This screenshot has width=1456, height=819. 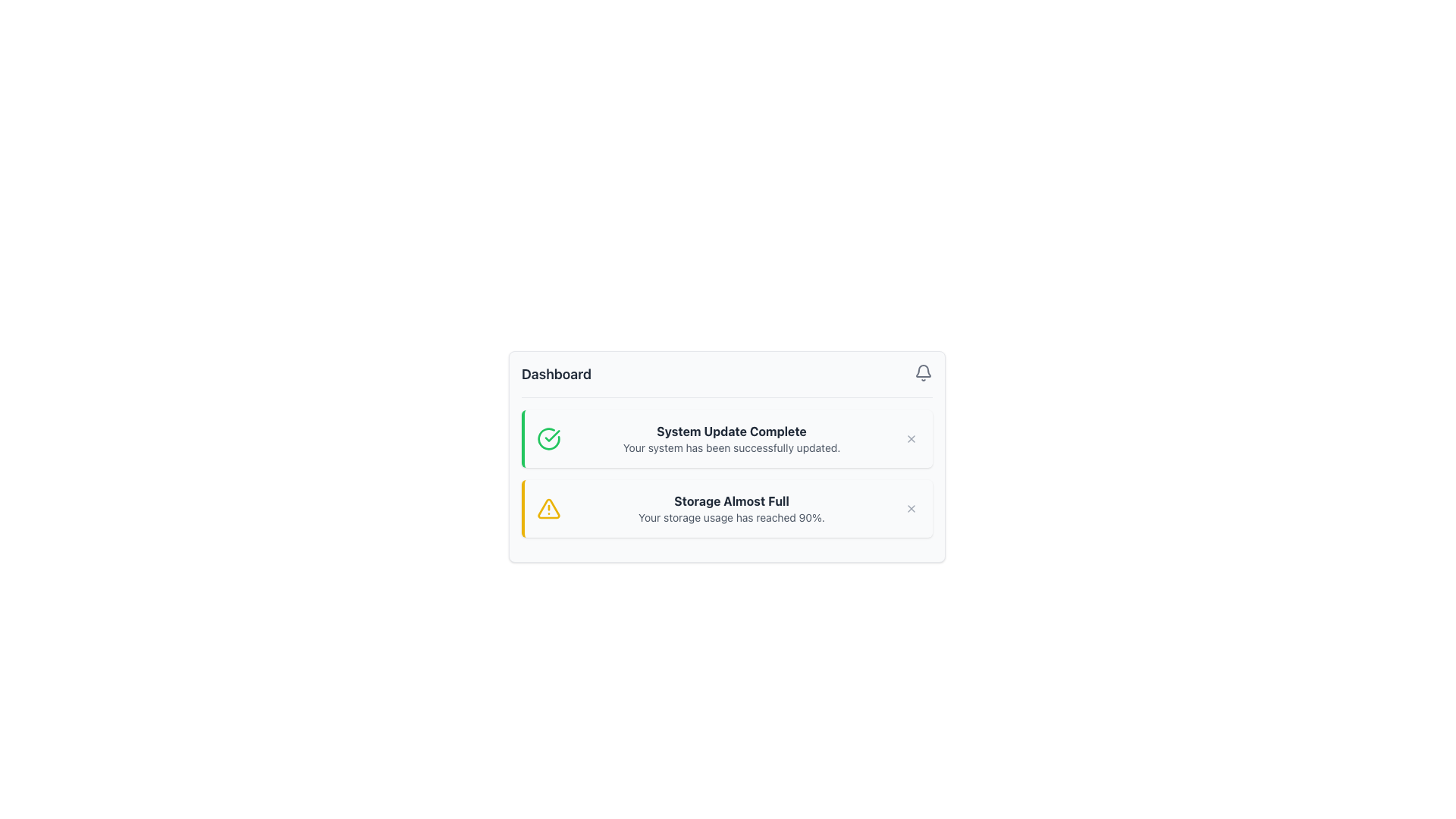 I want to click on the notification icon located in the top-right corner of the 'Dashboard' header section, so click(x=923, y=373).